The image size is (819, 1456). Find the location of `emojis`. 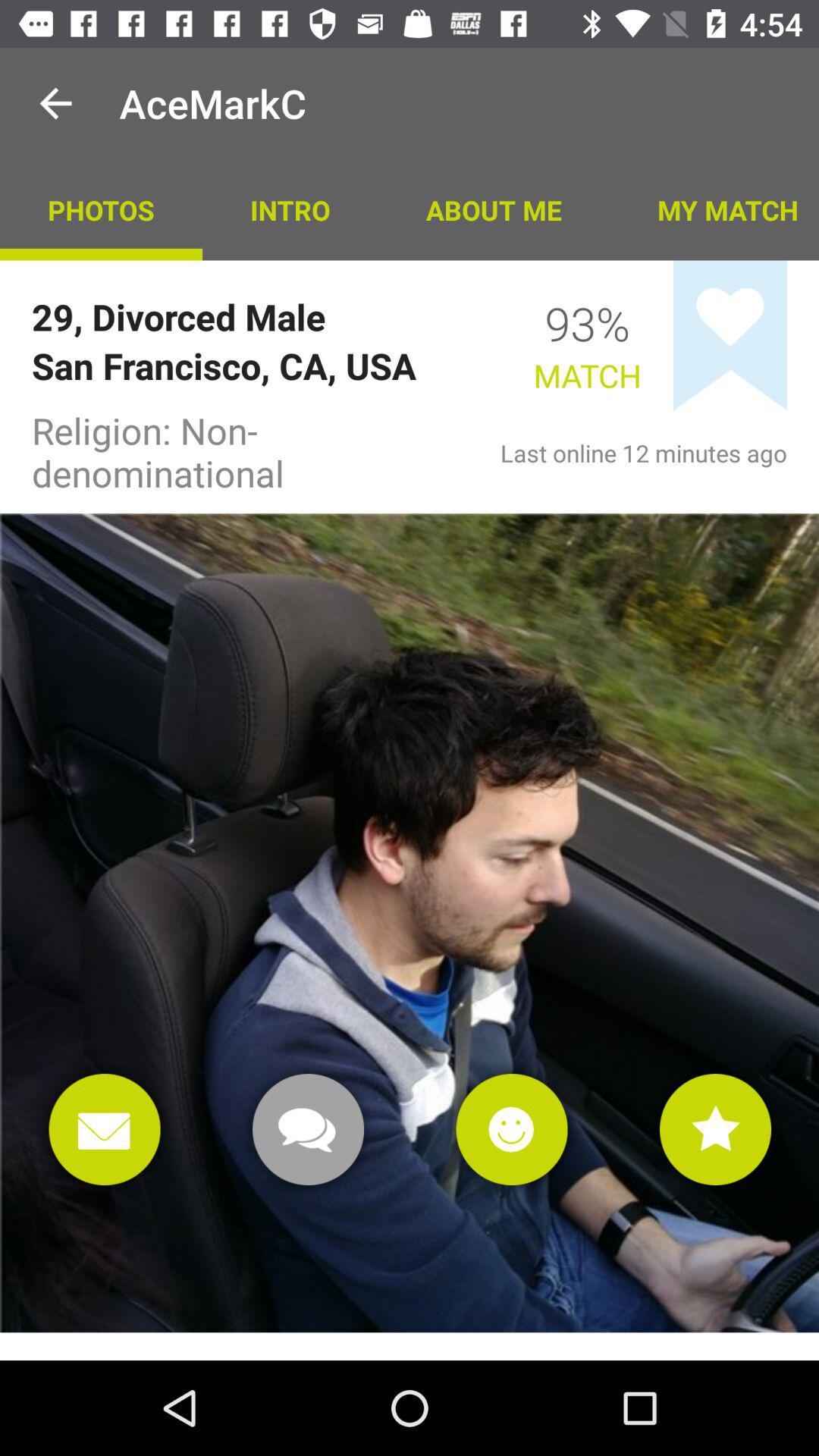

emojis is located at coordinates (512, 1129).